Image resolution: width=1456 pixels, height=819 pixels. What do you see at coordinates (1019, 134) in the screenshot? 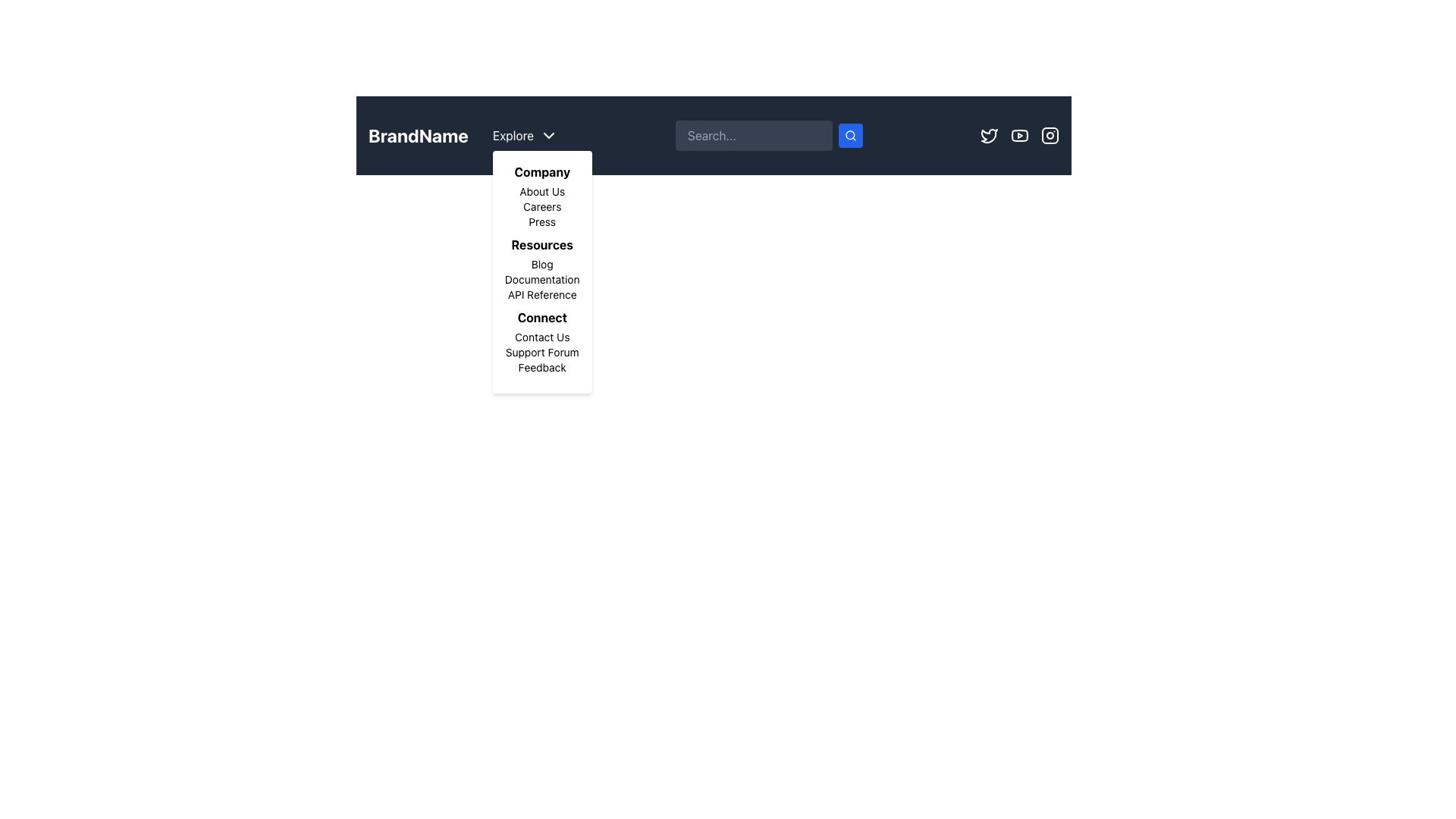
I see `the YouTube icon located in the top-right corner of the navigation bar, positioned between the Twitter and Instagram icons` at bounding box center [1019, 134].